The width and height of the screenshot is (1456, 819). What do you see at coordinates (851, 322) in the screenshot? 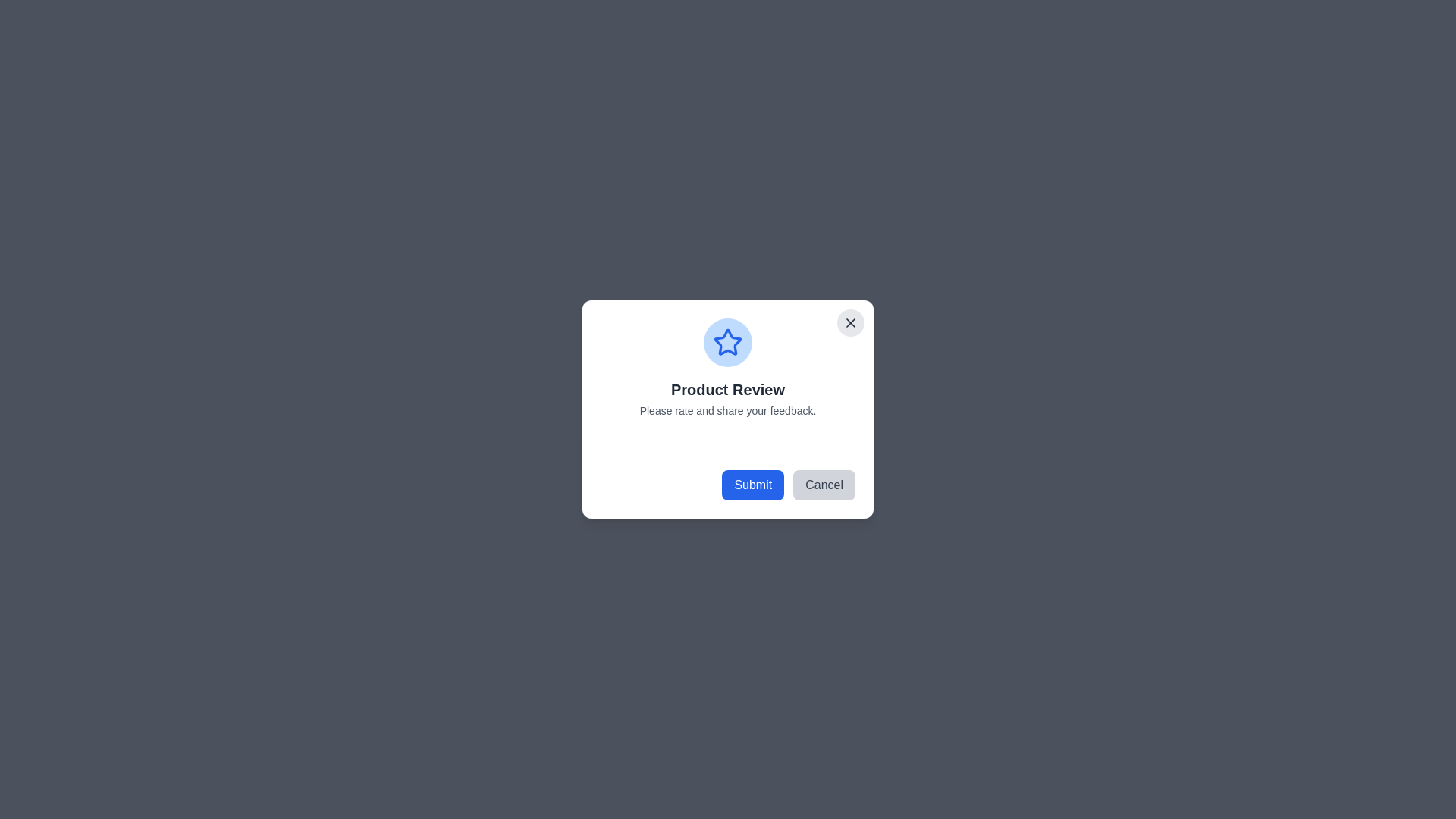
I see `the Close button, which is a gray cross-shaped icon located in the upper-right corner of the modal dialog box` at bounding box center [851, 322].